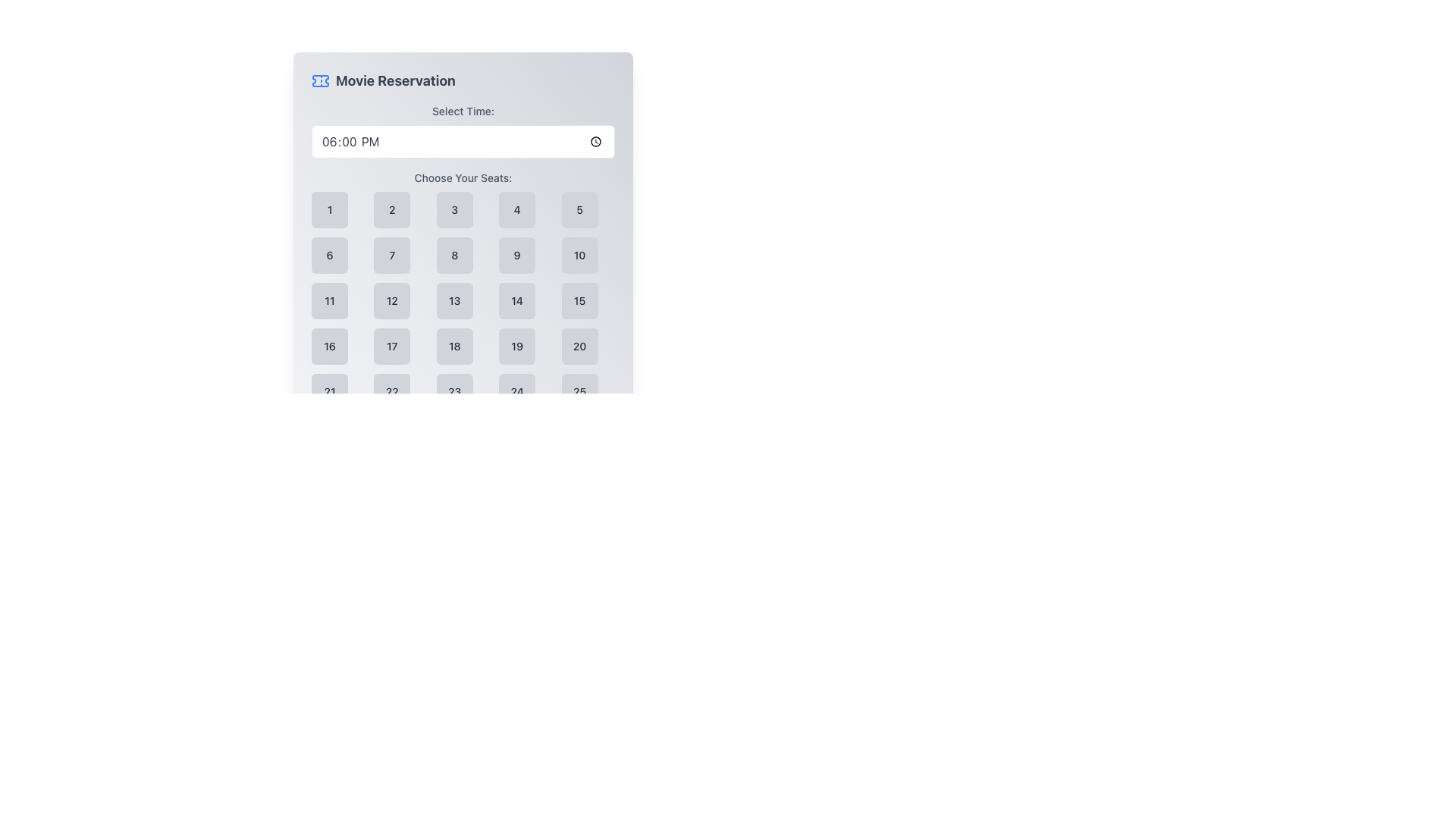 This screenshot has width=1456, height=819. I want to click on the Text Label that provides a descriptive heading for the section below it, which is positioned directly below the 'Select Time:' input field and above a grid of seat numbers, so click(462, 177).